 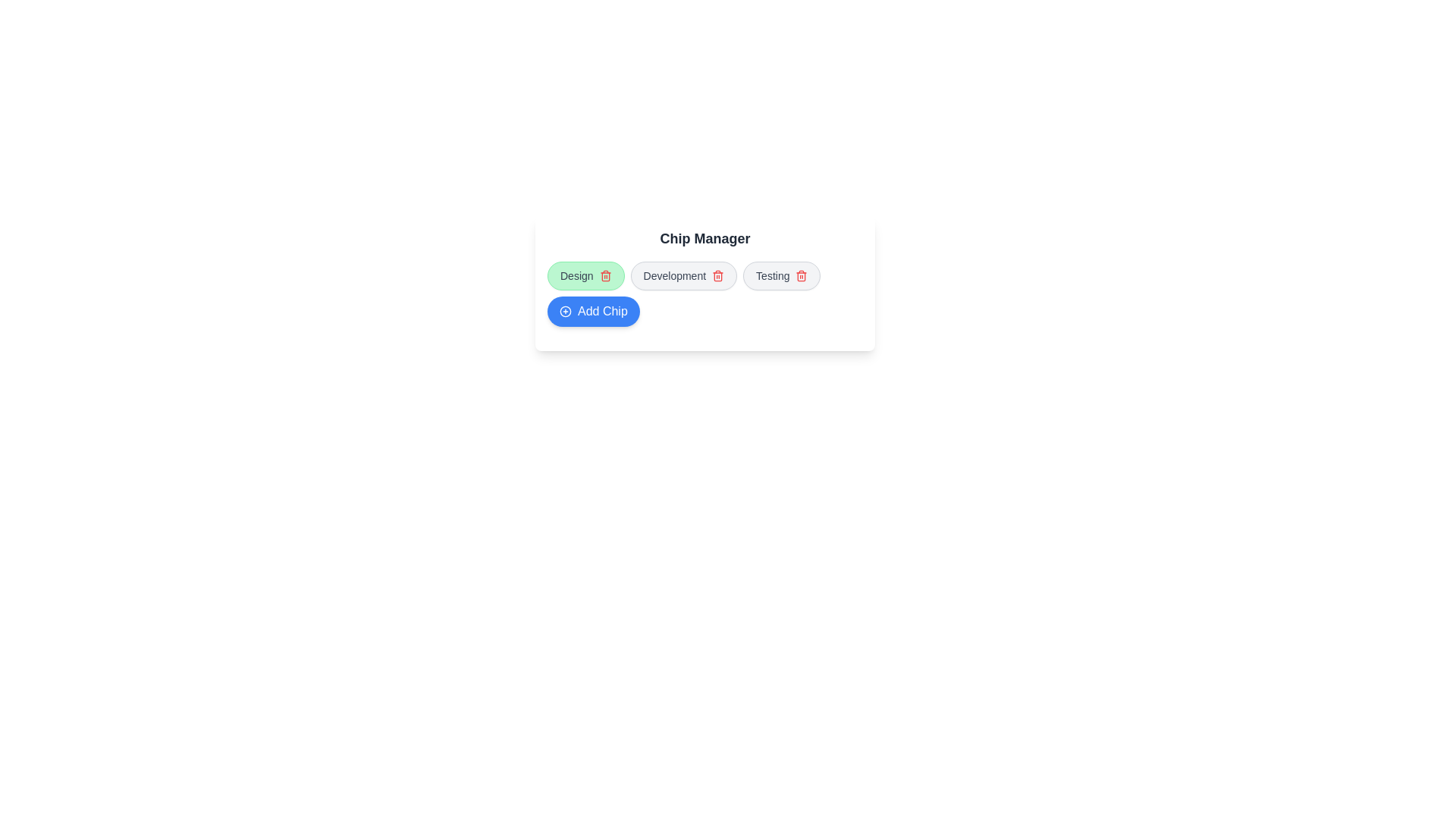 What do you see at coordinates (682, 275) in the screenshot?
I see `the chip labeled Development to toggle its active state` at bounding box center [682, 275].